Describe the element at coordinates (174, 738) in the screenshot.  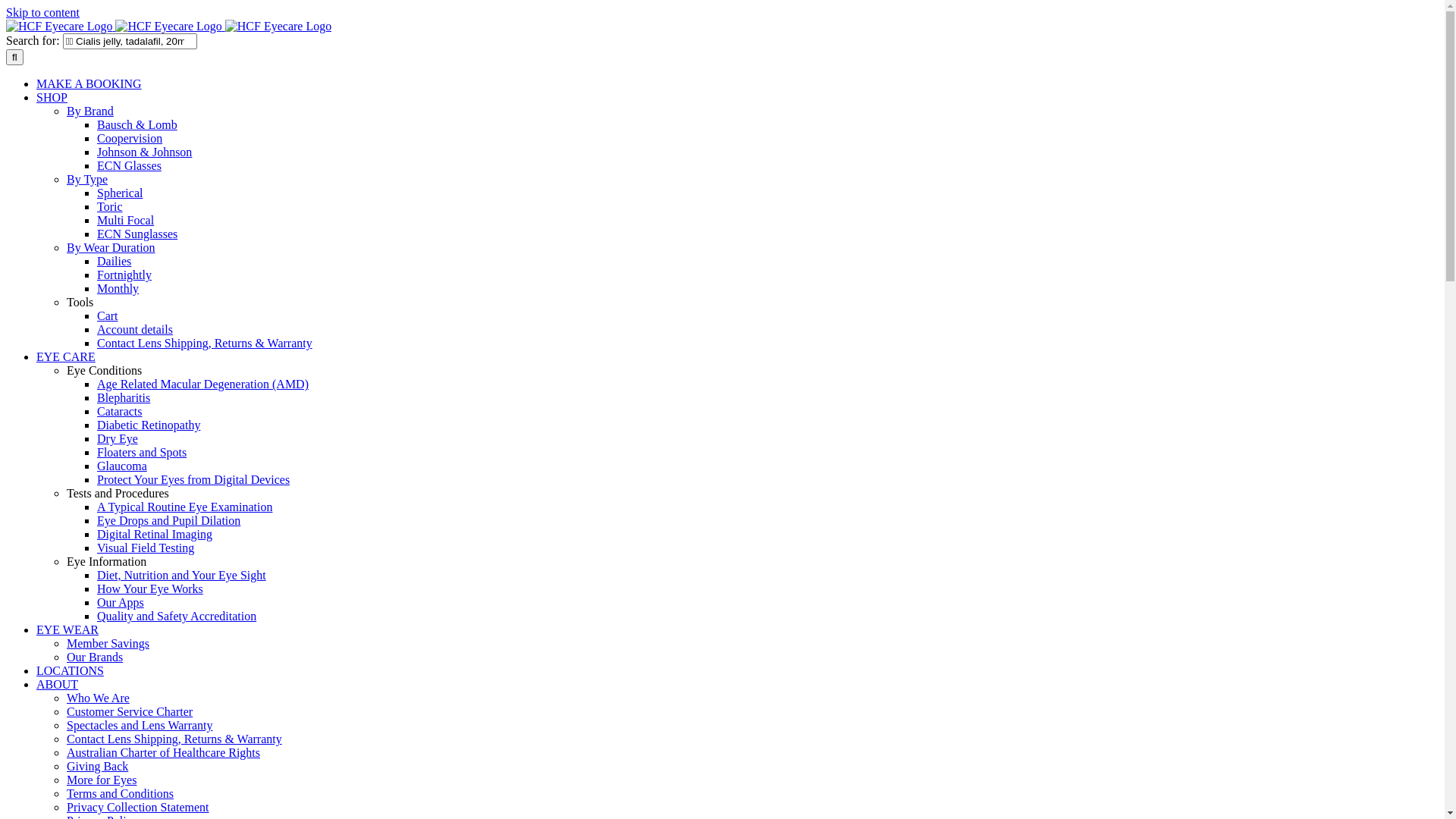
I see `'Contact Lens Shipping, Returns & Warranty'` at that location.